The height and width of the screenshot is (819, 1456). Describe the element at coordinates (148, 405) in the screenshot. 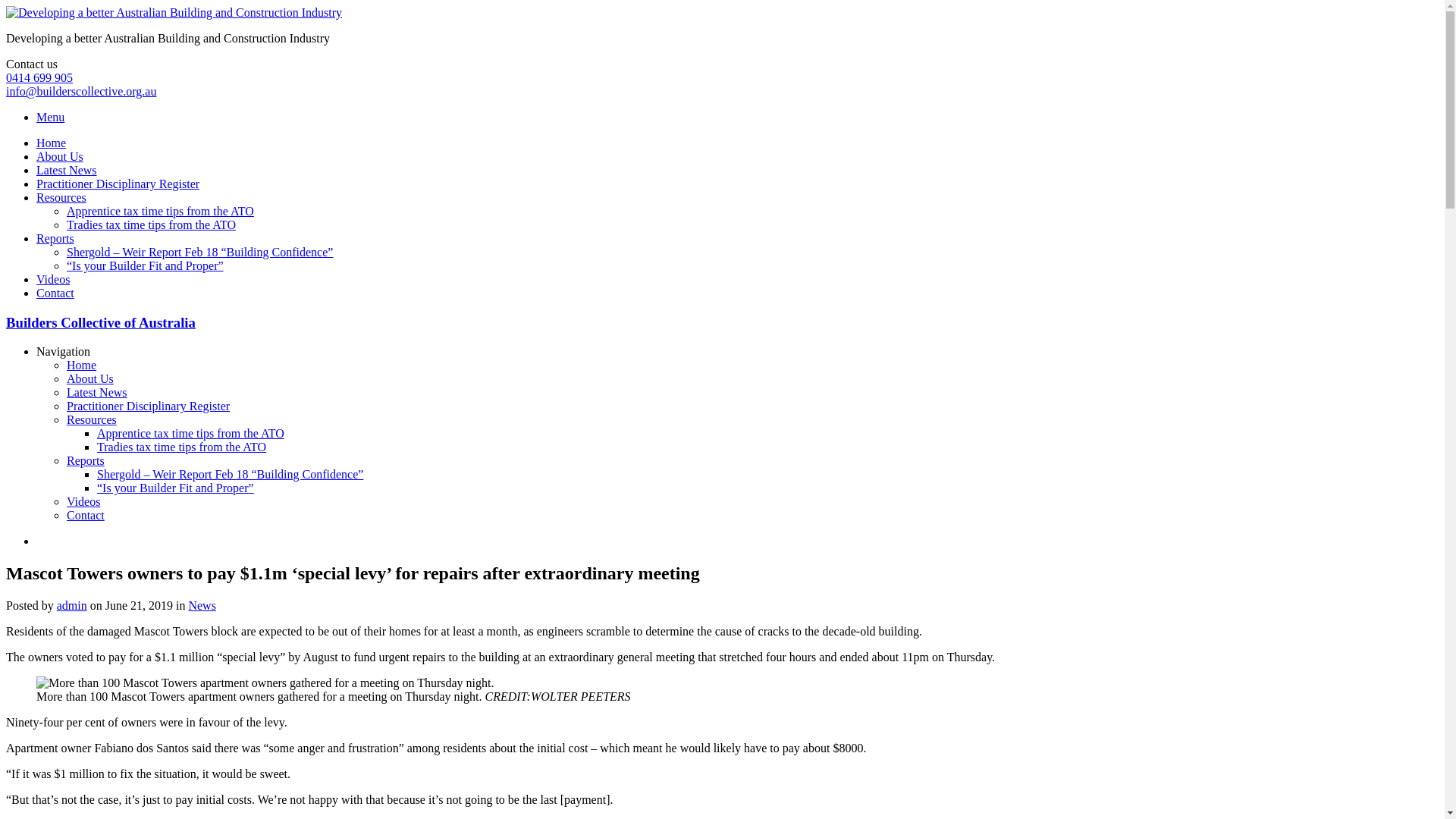

I see `'Practitioner Disciplinary Register'` at that location.